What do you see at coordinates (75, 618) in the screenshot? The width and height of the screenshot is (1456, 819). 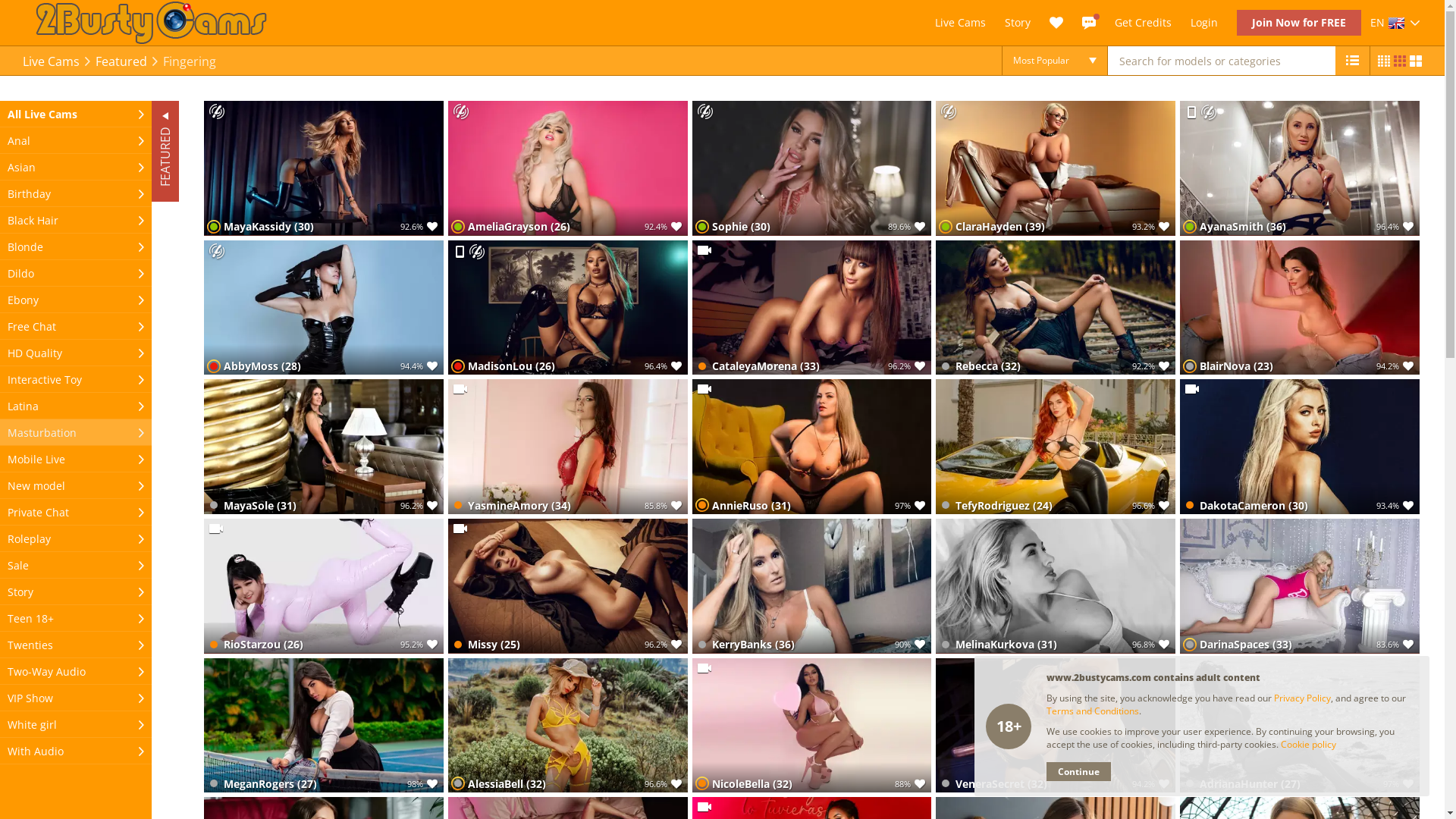 I see `'Teen 18+'` at bounding box center [75, 618].